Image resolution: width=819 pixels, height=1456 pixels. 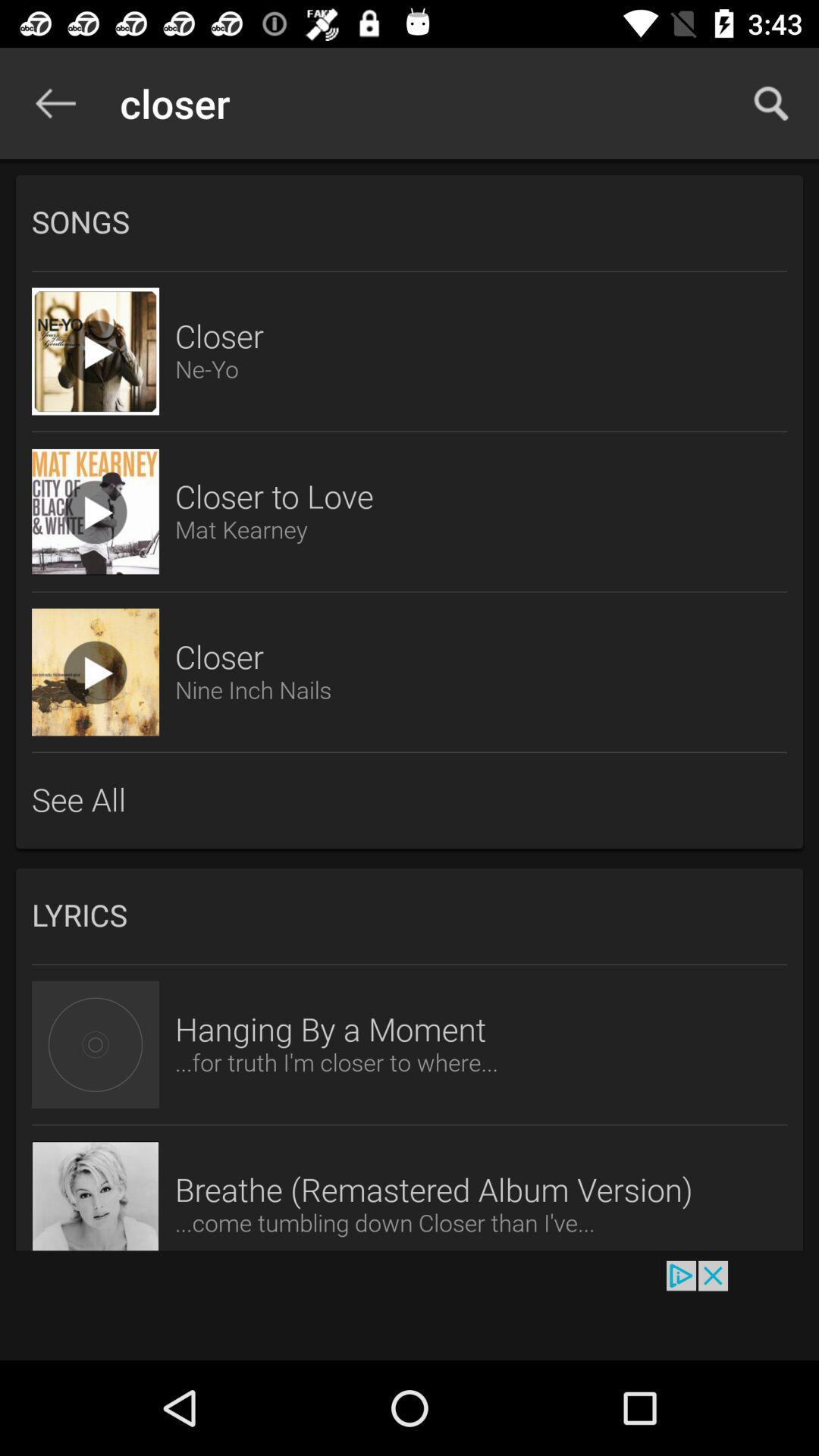 I want to click on closer by ne-ya, so click(x=96, y=350).